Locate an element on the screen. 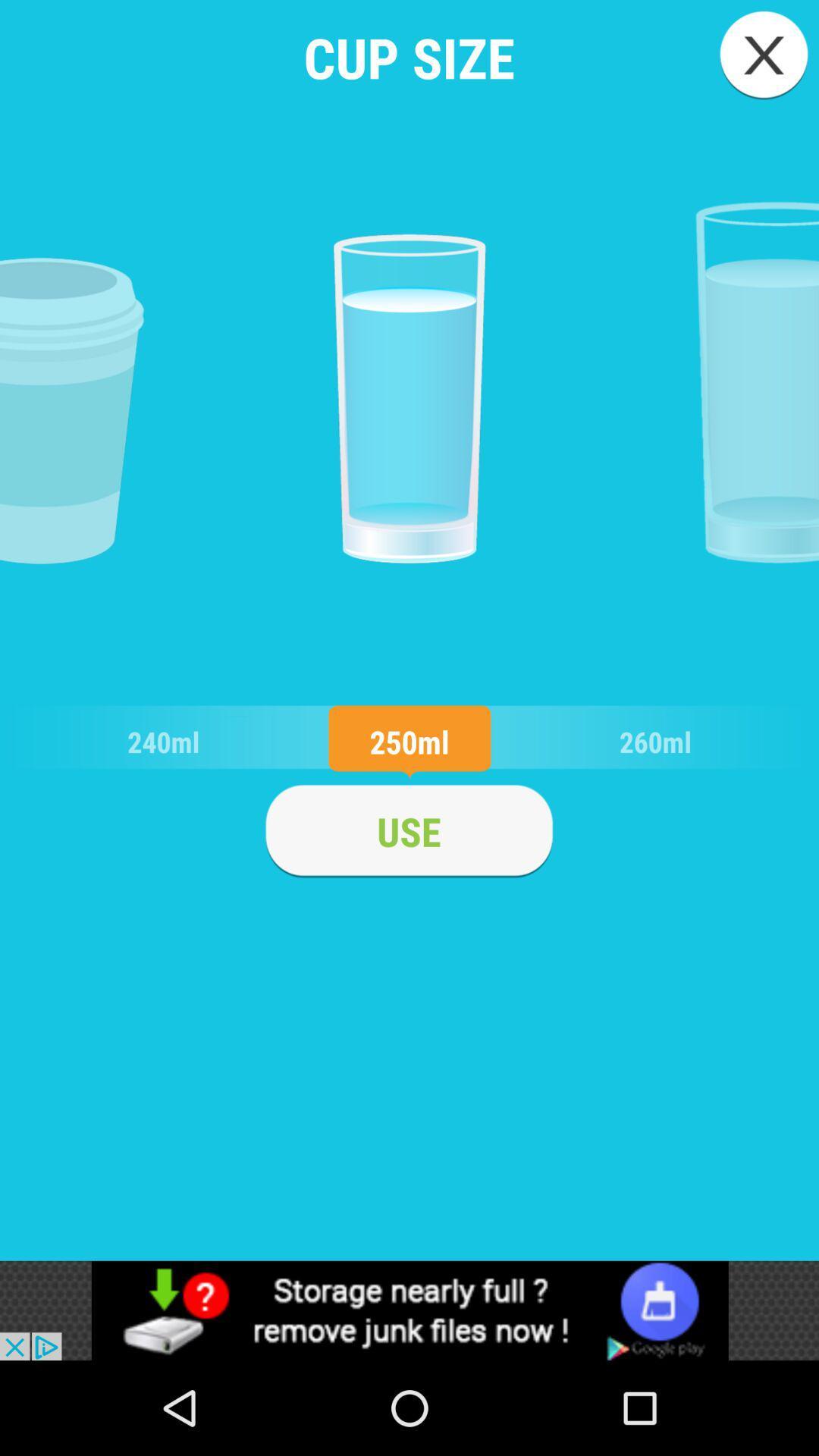 Image resolution: width=819 pixels, height=1456 pixels. the close icon is located at coordinates (764, 55).